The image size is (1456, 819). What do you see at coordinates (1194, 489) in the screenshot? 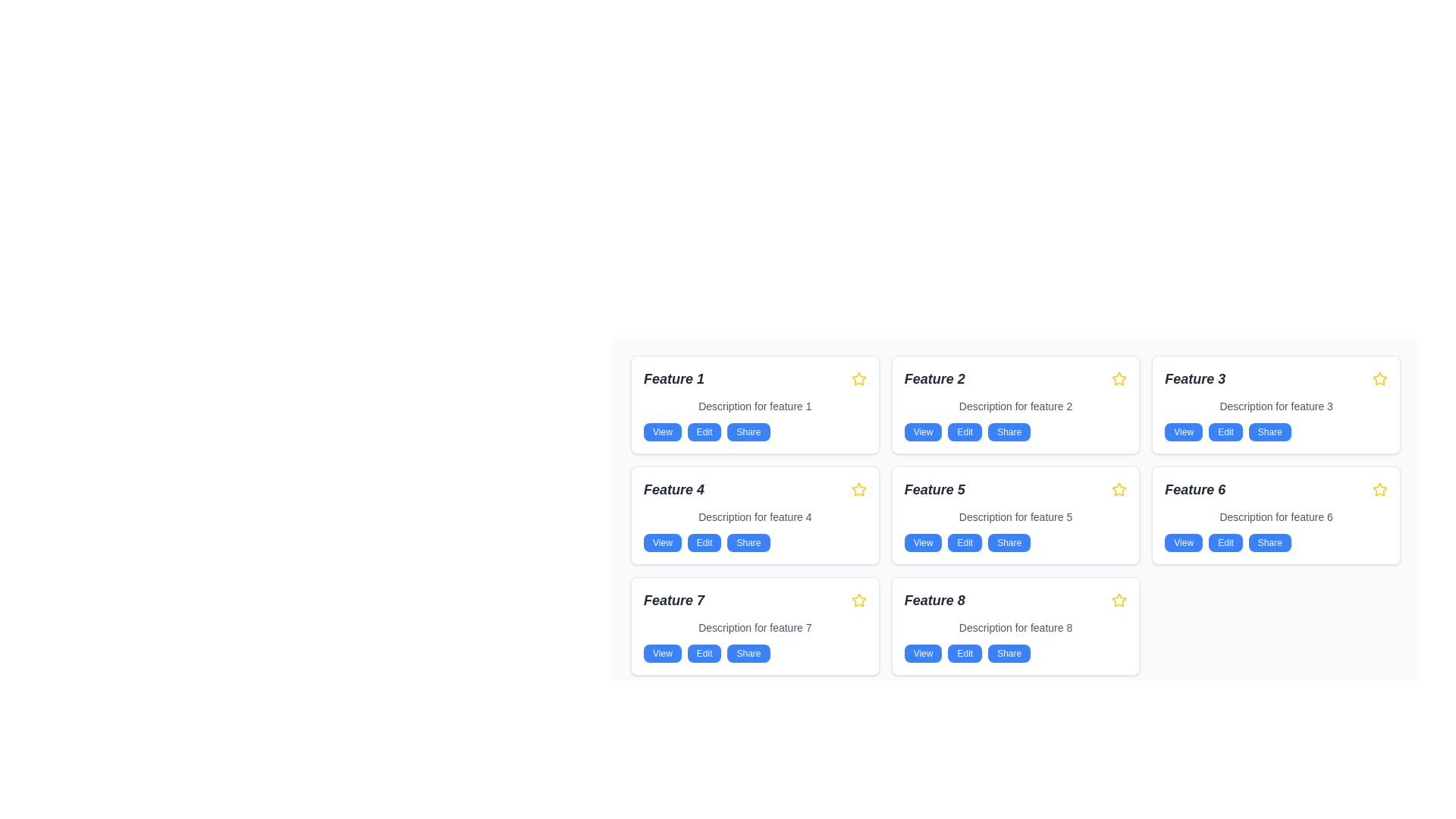
I see `the 'Feature 6' text label` at bounding box center [1194, 489].